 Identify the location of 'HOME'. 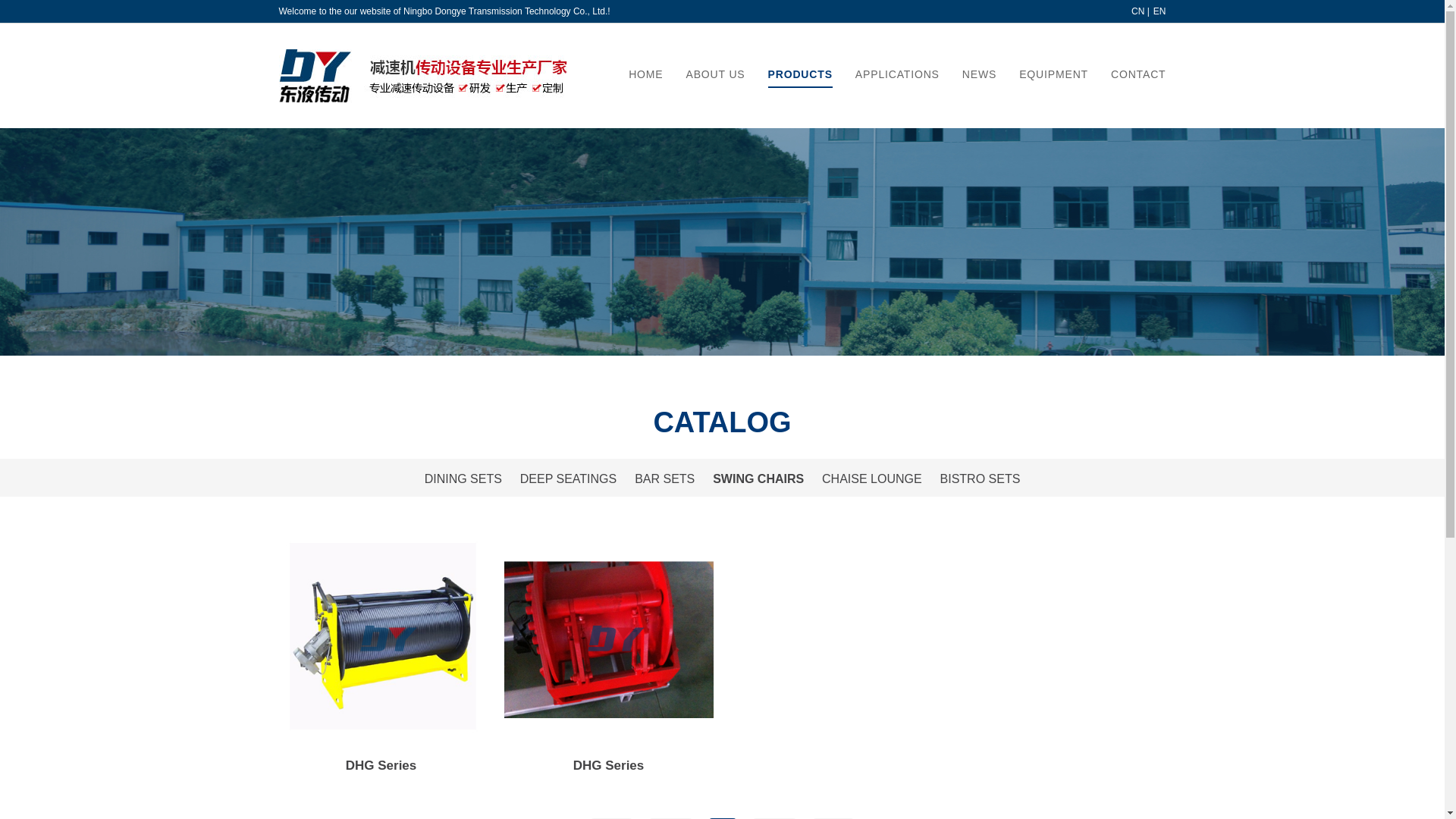
(645, 74).